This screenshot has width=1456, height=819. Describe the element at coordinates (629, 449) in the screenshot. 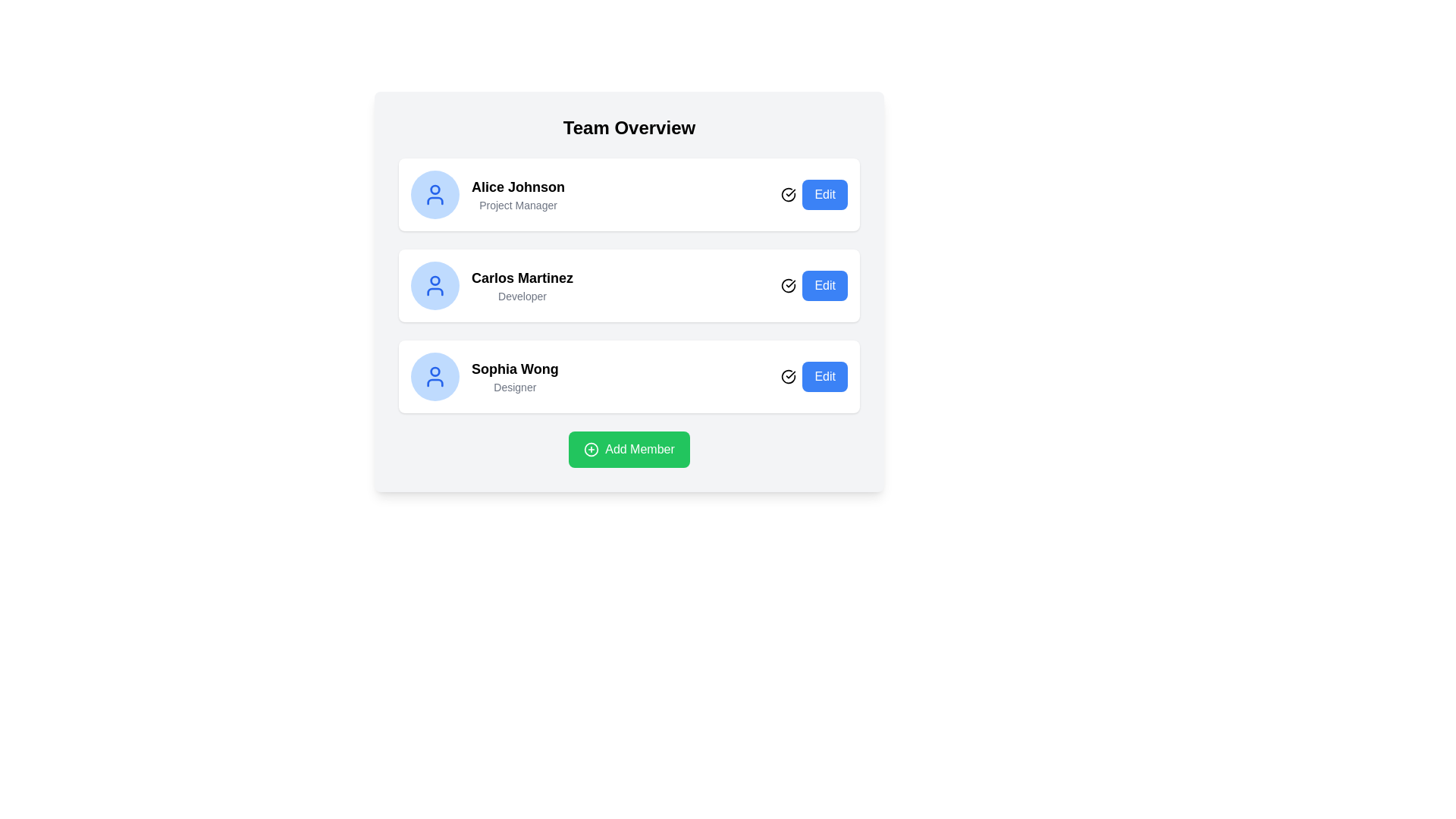

I see `the green 'Add Member' button to observe the hover effect that darkens its shade` at that location.